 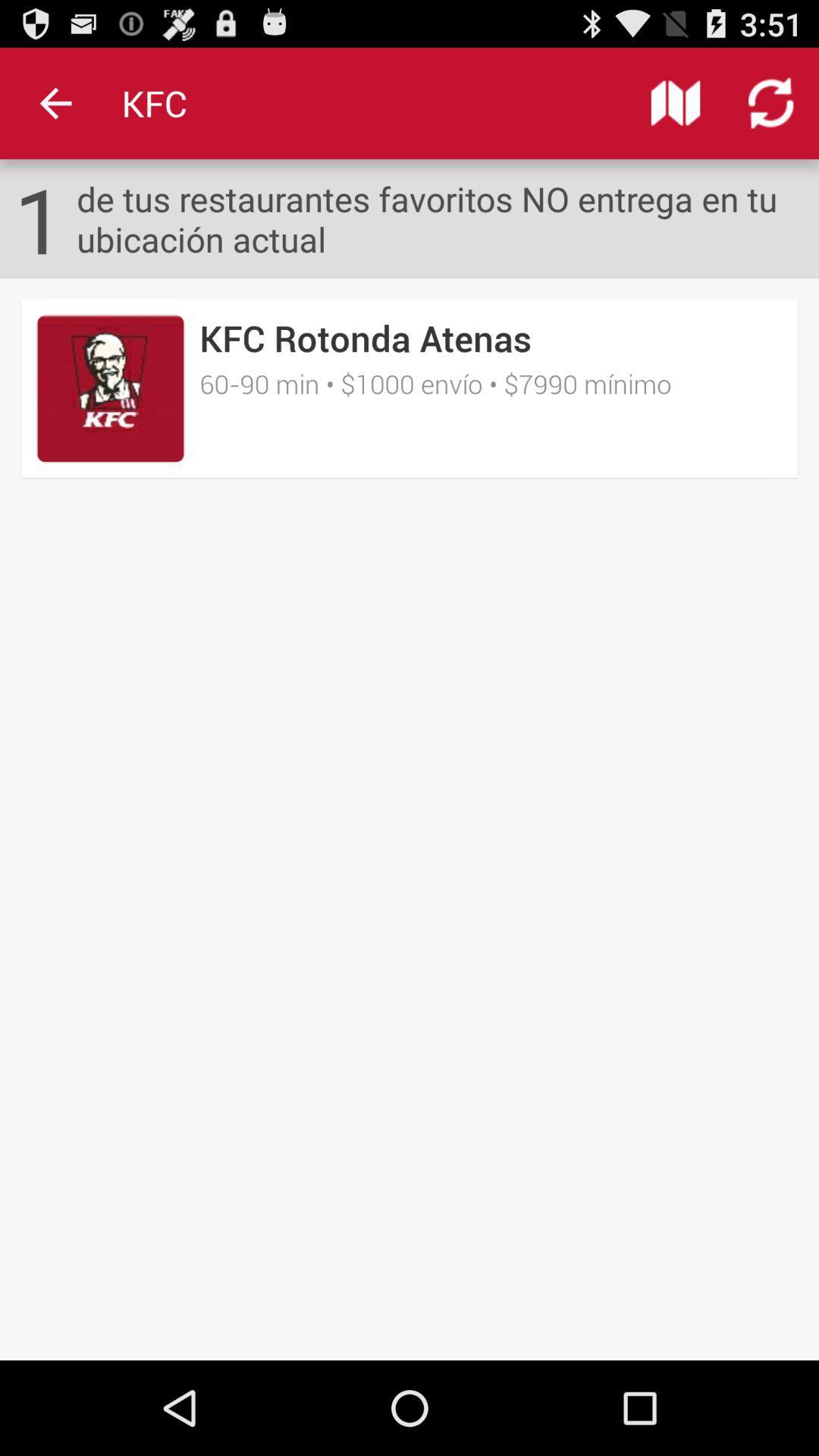 I want to click on de tus restaurantes item, so click(x=447, y=218).